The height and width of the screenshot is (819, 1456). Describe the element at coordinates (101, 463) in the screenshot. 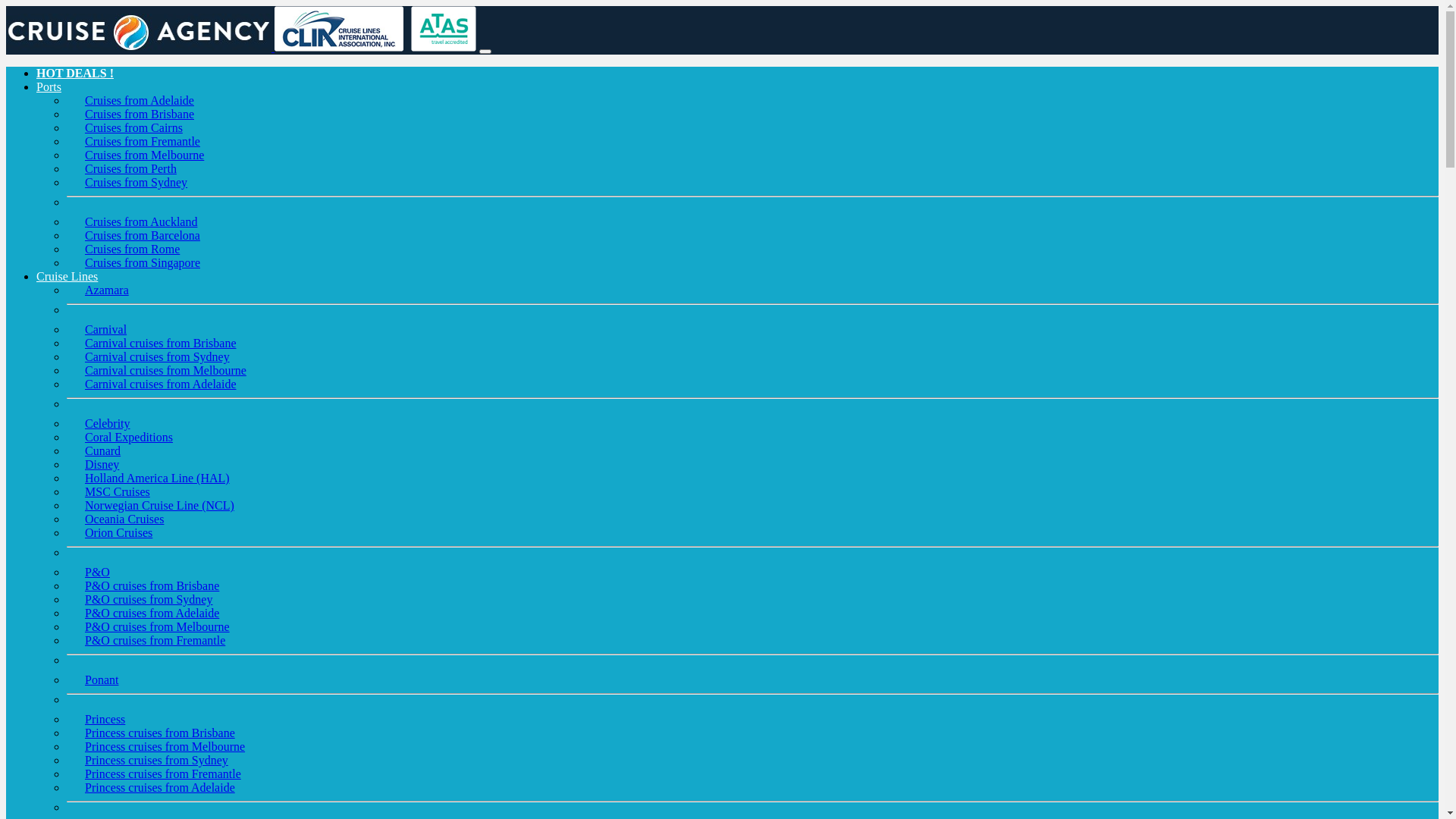

I see `'Disney'` at that location.